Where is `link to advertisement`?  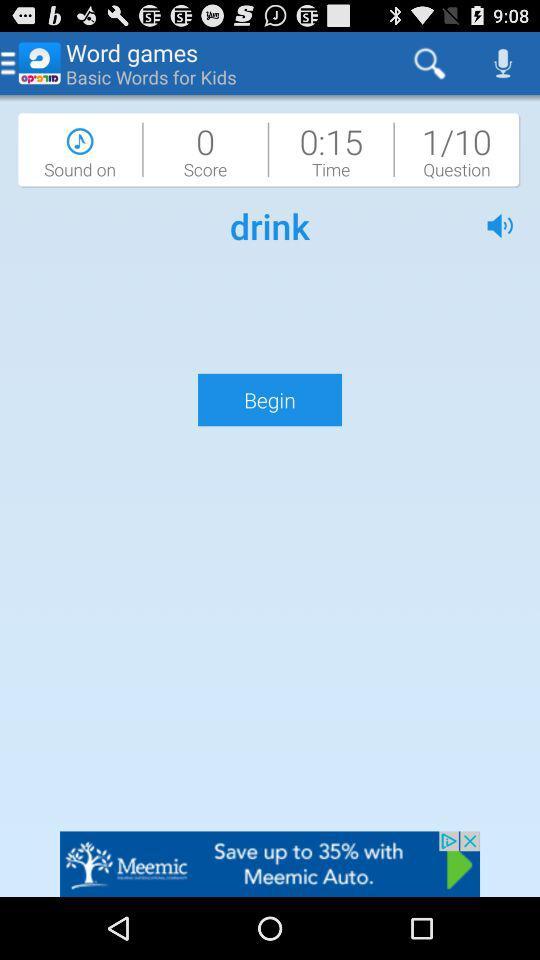
link to advertisement is located at coordinates (270, 863).